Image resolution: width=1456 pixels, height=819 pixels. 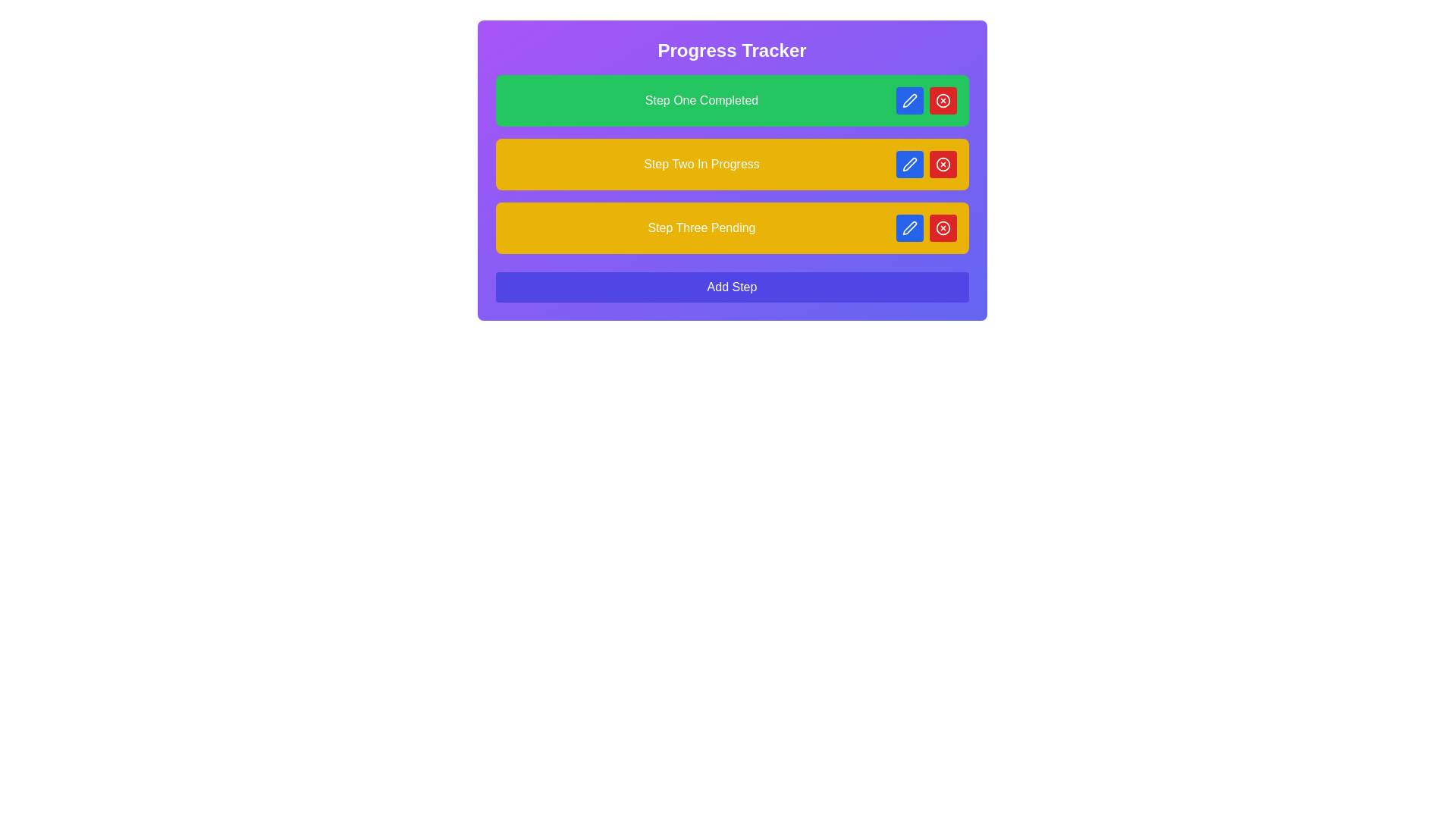 I want to click on the pen icon button located in the second row of the progress tracker interface to initiate editing, so click(x=909, y=164).